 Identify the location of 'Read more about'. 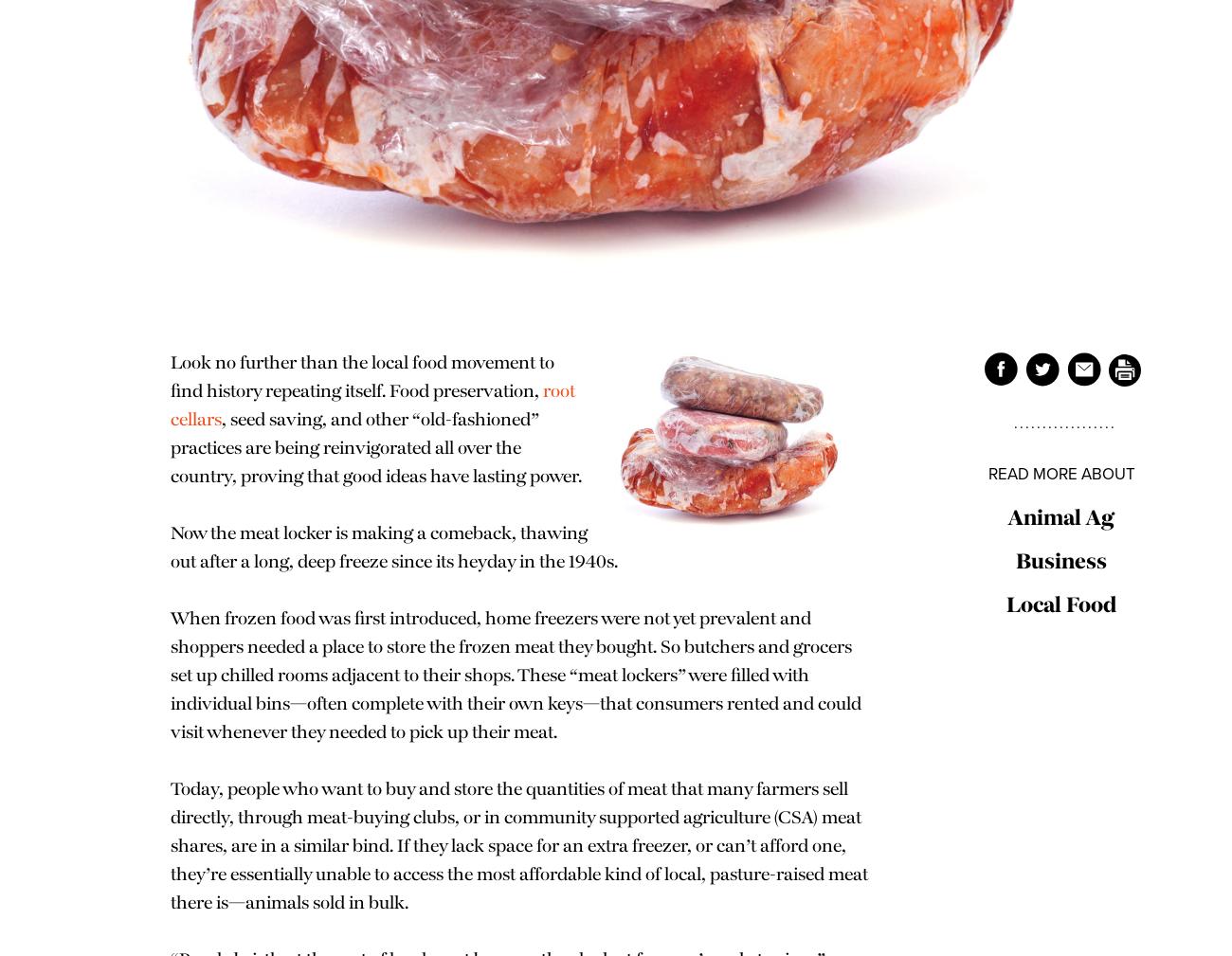
(1060, 472).